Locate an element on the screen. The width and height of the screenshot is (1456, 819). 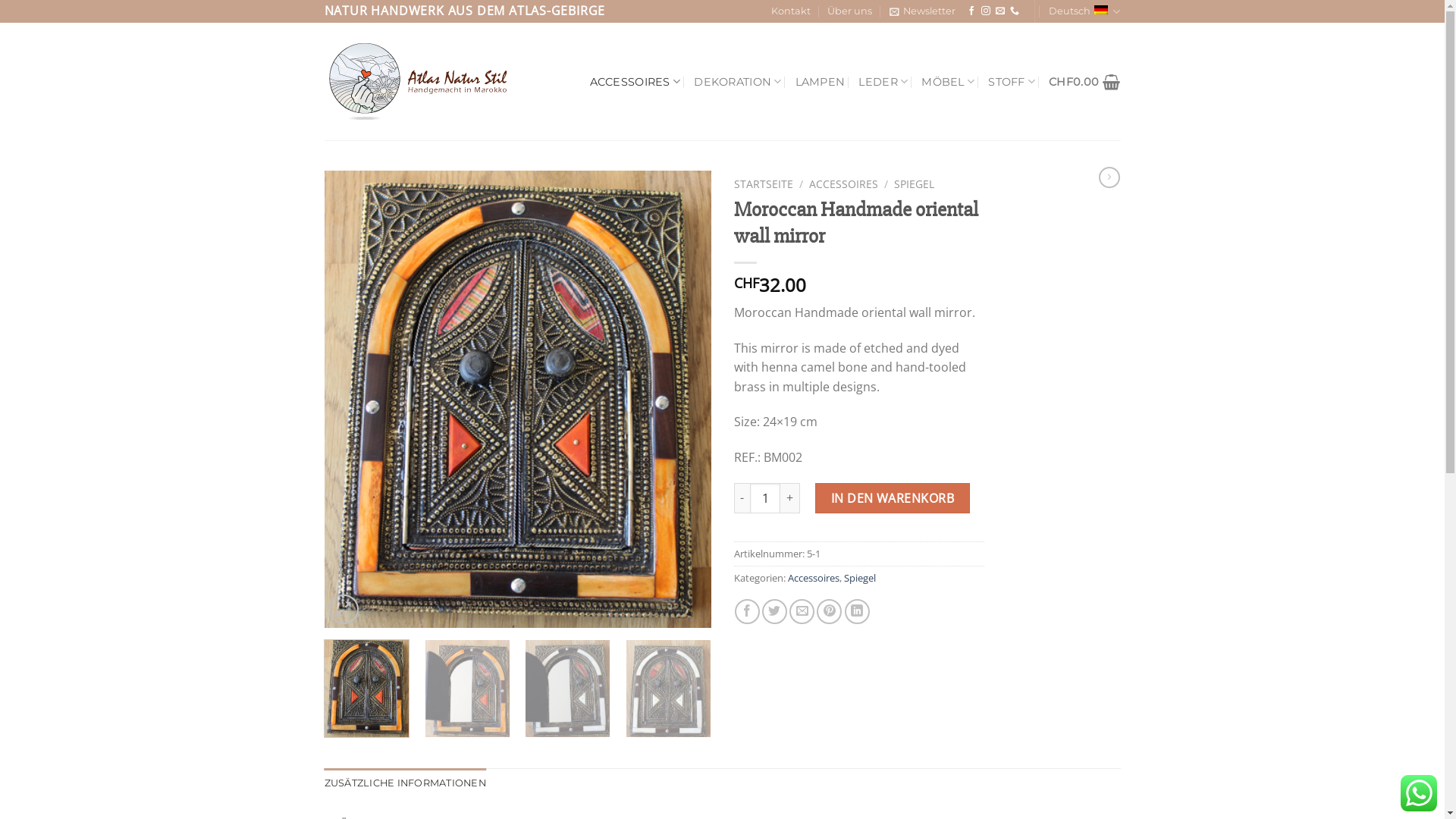
'LEDER' is located at coordinates (858, 81).